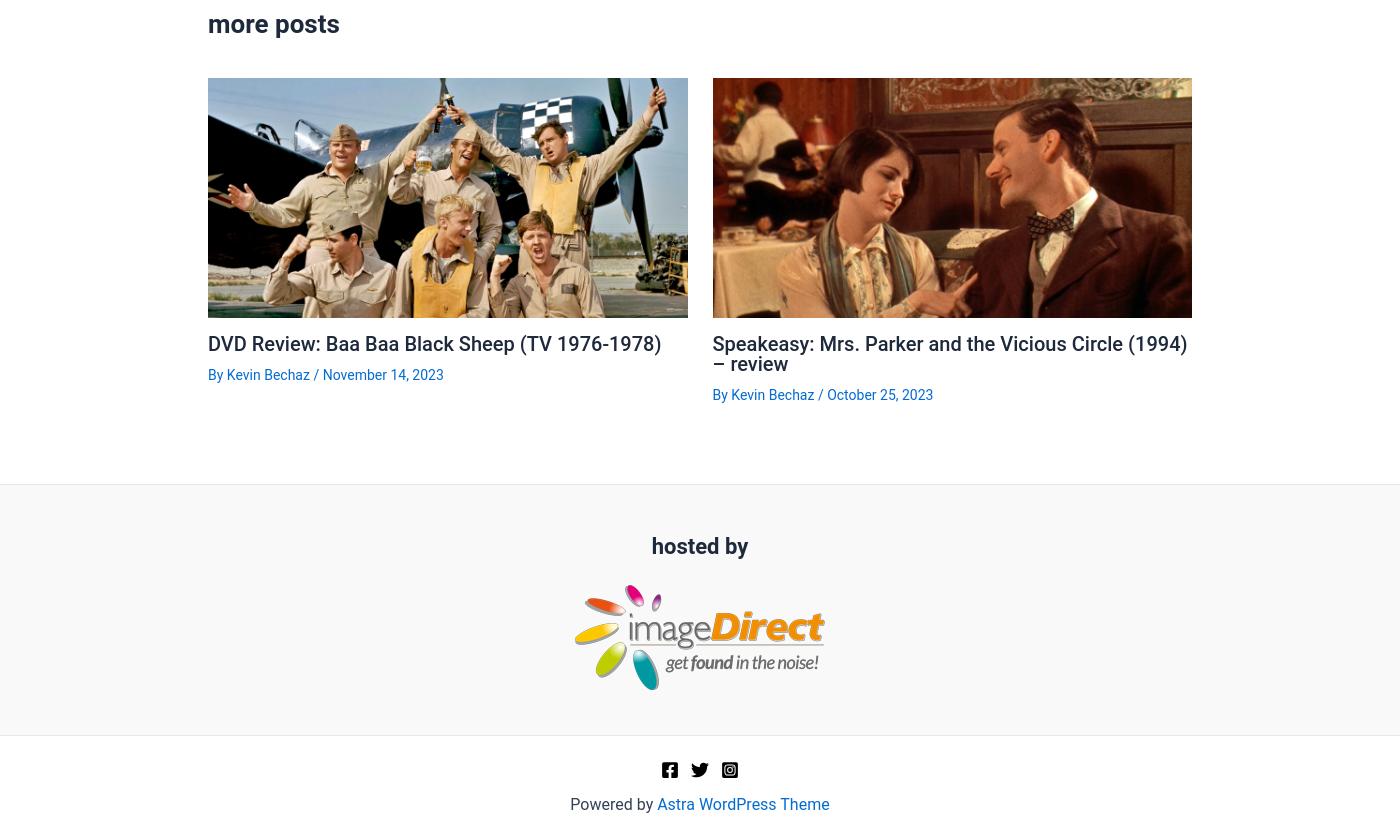  I want to click on 'November 14, 2023', so click(382, 373).